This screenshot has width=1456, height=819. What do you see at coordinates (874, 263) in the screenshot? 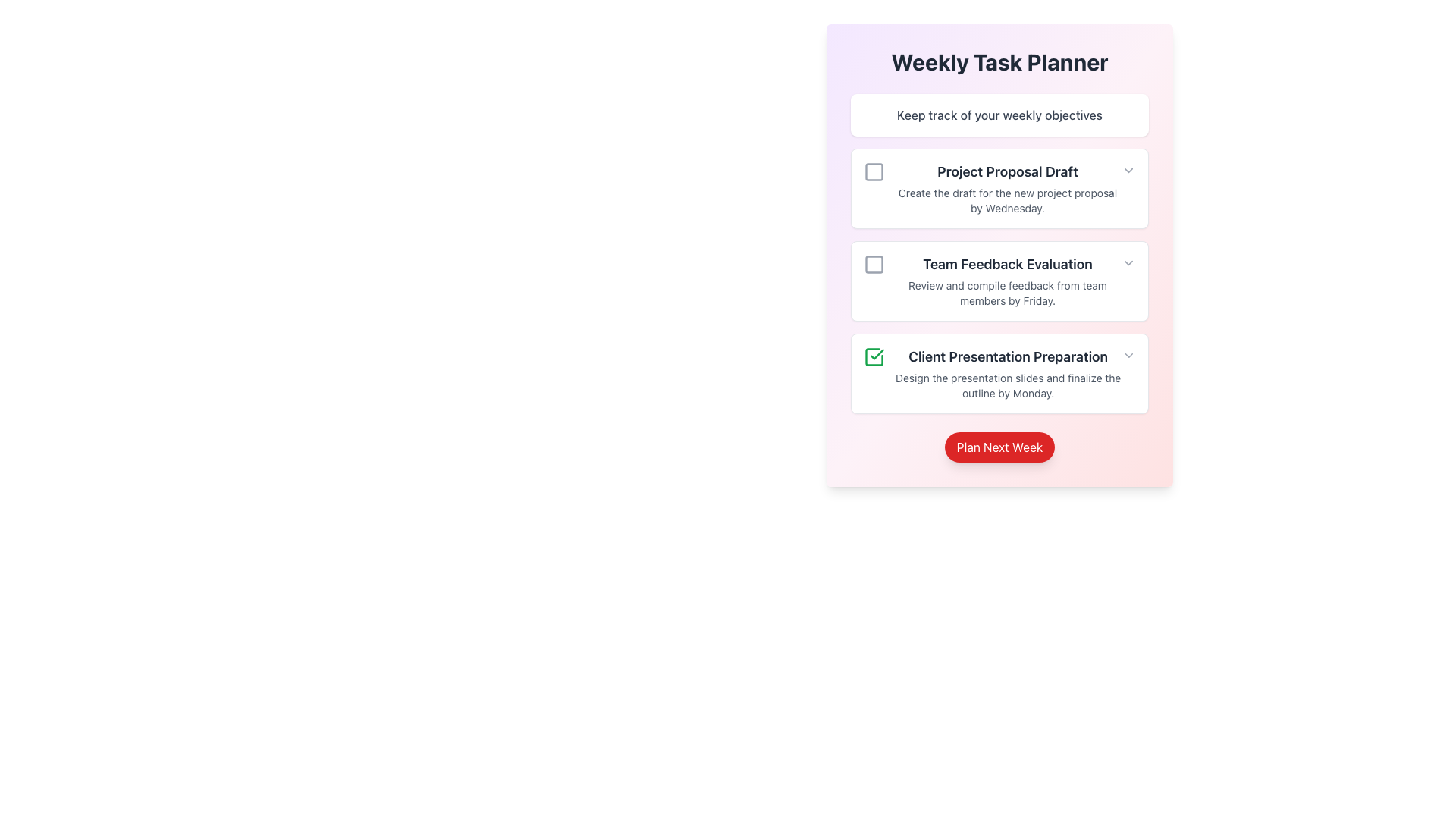
I see `the checkbox located to the left of the text 'Team Feedback Evaluation' in the 'Weekly Task Planner' section to check or uncheck it` at bounding box center [874, 263].